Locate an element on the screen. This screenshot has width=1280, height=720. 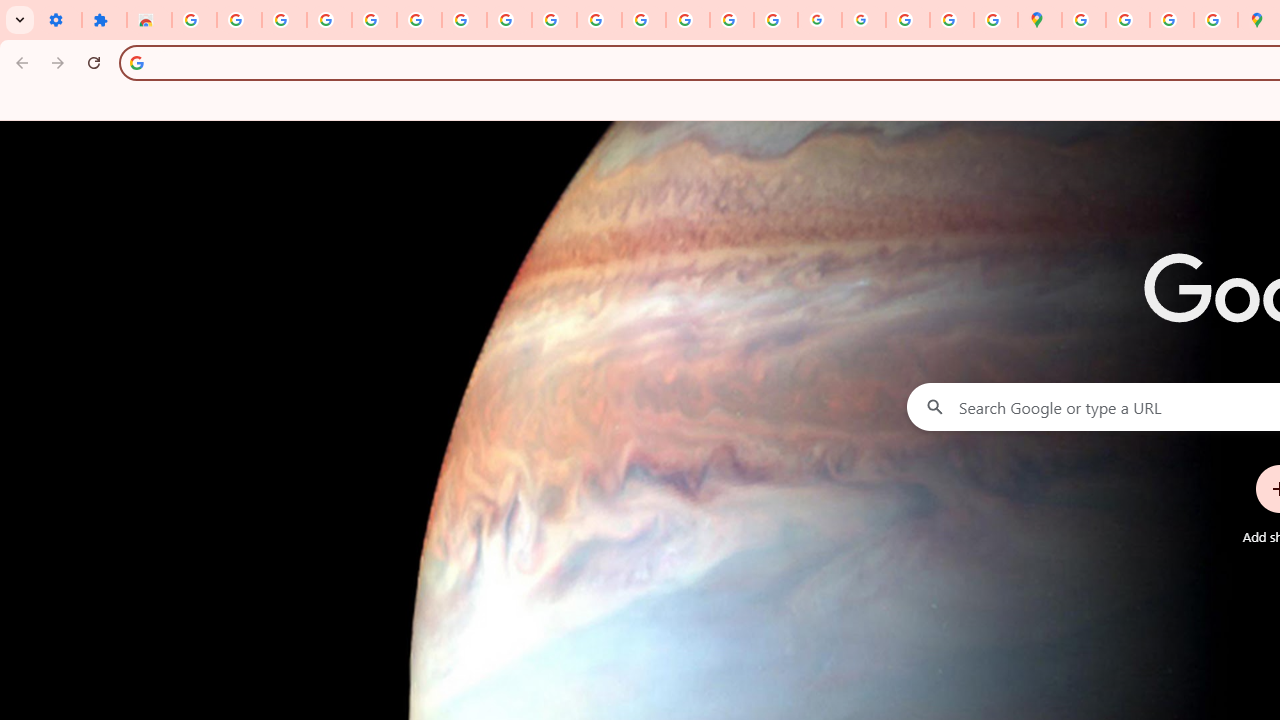
'Reviews: Helix Fruit Jump Arcade Game' is located at coordinates (148, 20).